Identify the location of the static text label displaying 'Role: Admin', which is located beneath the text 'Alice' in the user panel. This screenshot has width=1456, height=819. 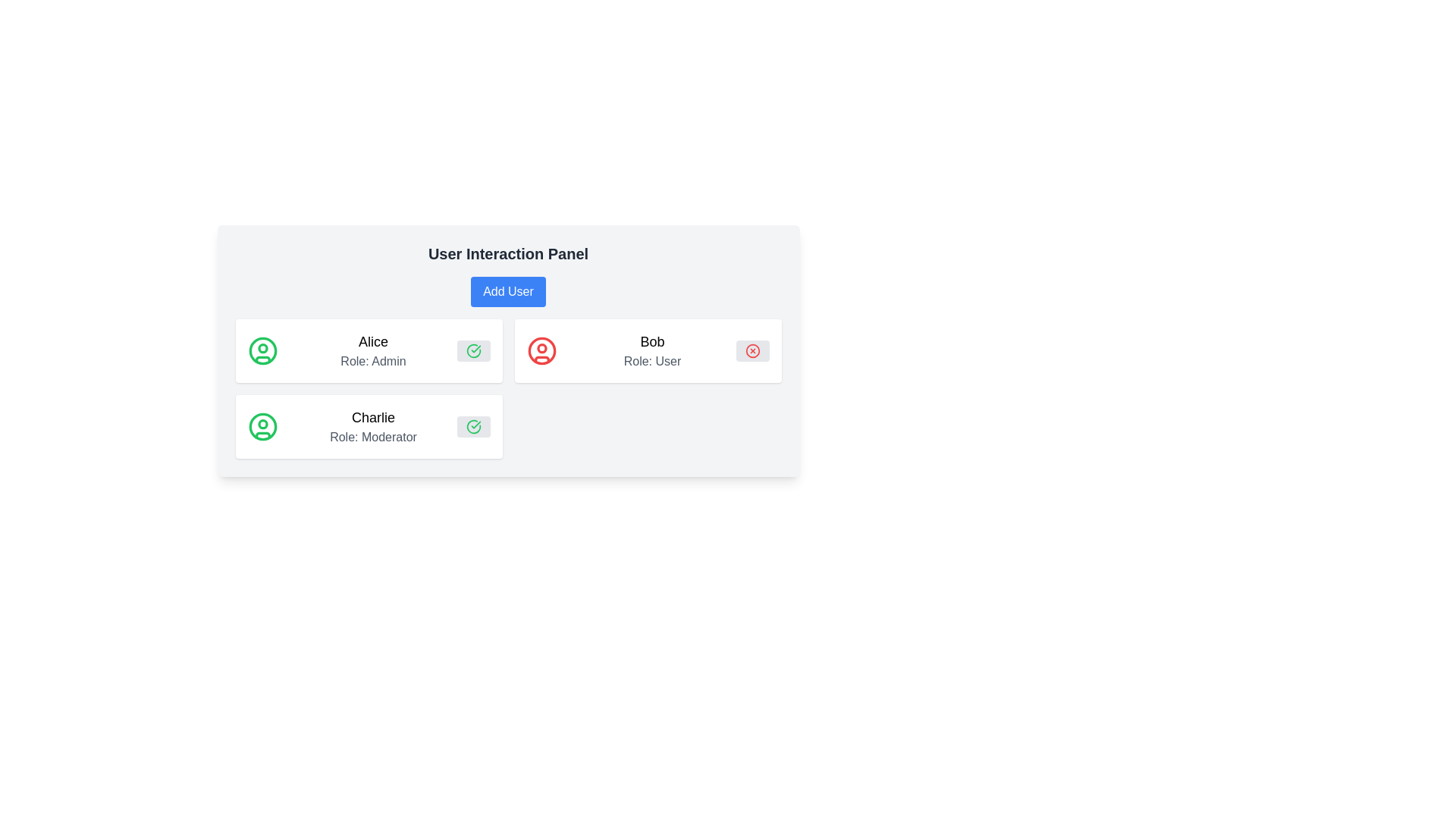
(373, 362).